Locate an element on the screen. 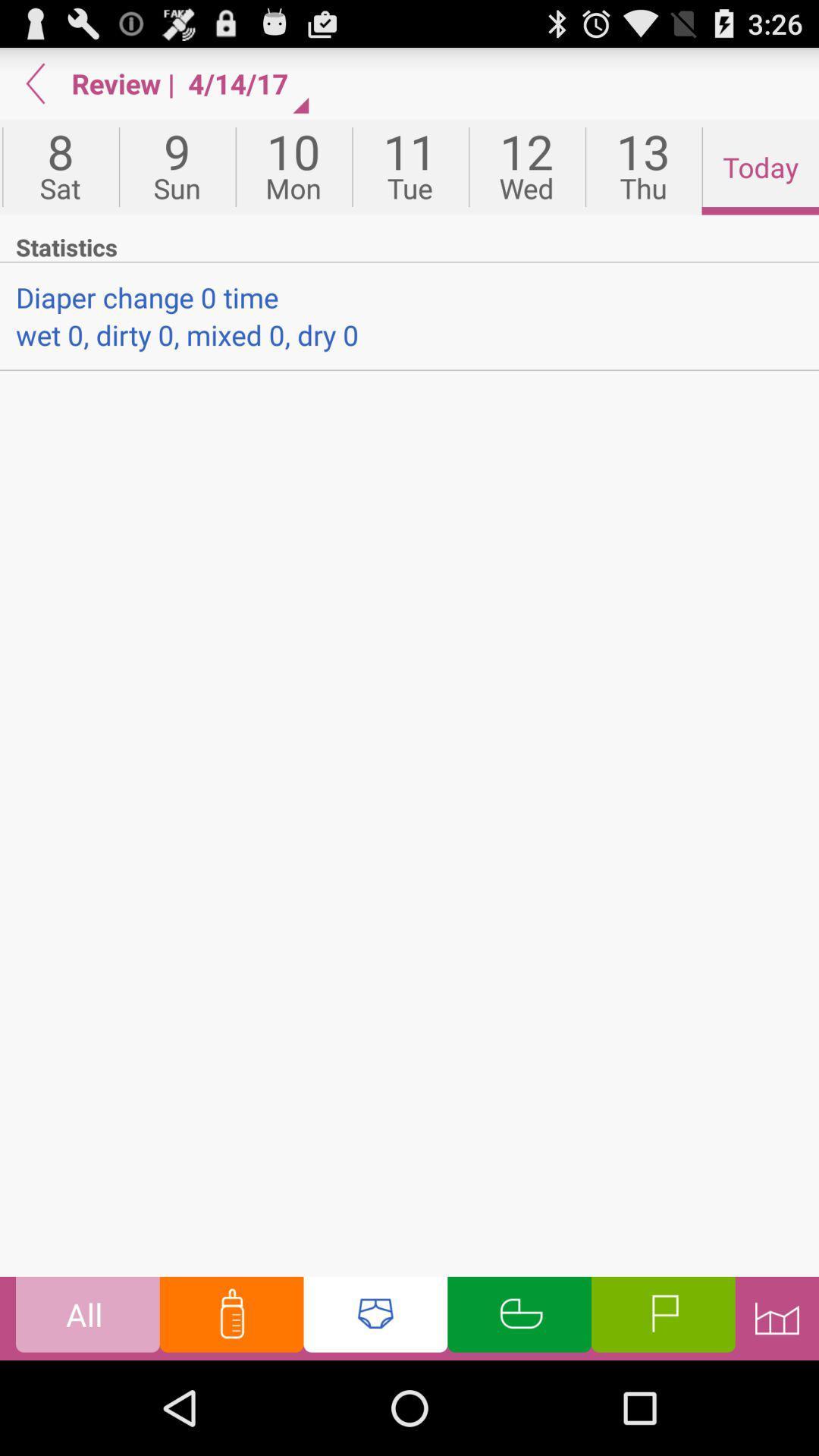  item to the right of the 10 icon is located at coordinates (410, 167).